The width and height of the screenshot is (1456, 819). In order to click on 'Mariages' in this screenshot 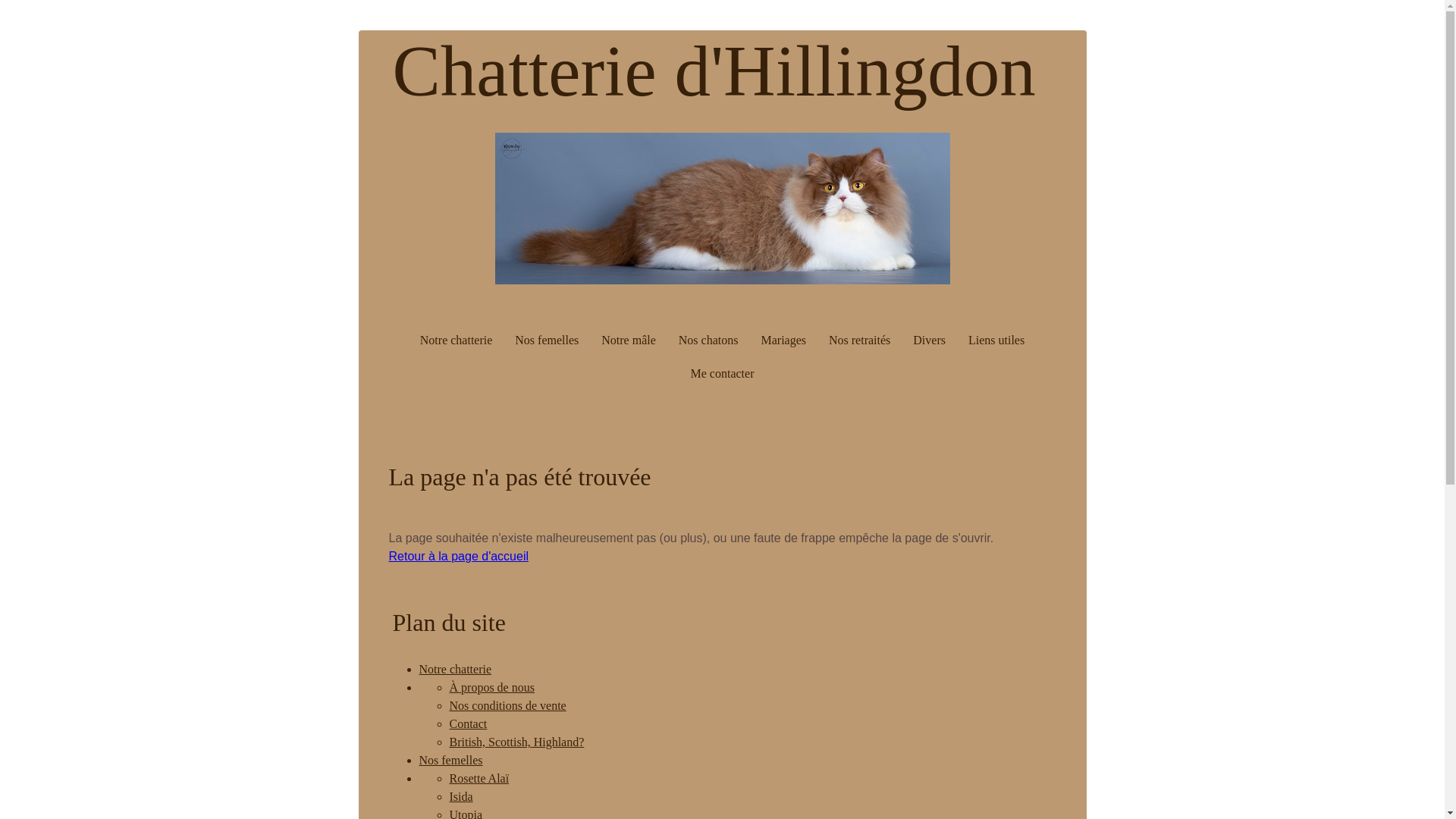, I will do `click(753, 339)`.